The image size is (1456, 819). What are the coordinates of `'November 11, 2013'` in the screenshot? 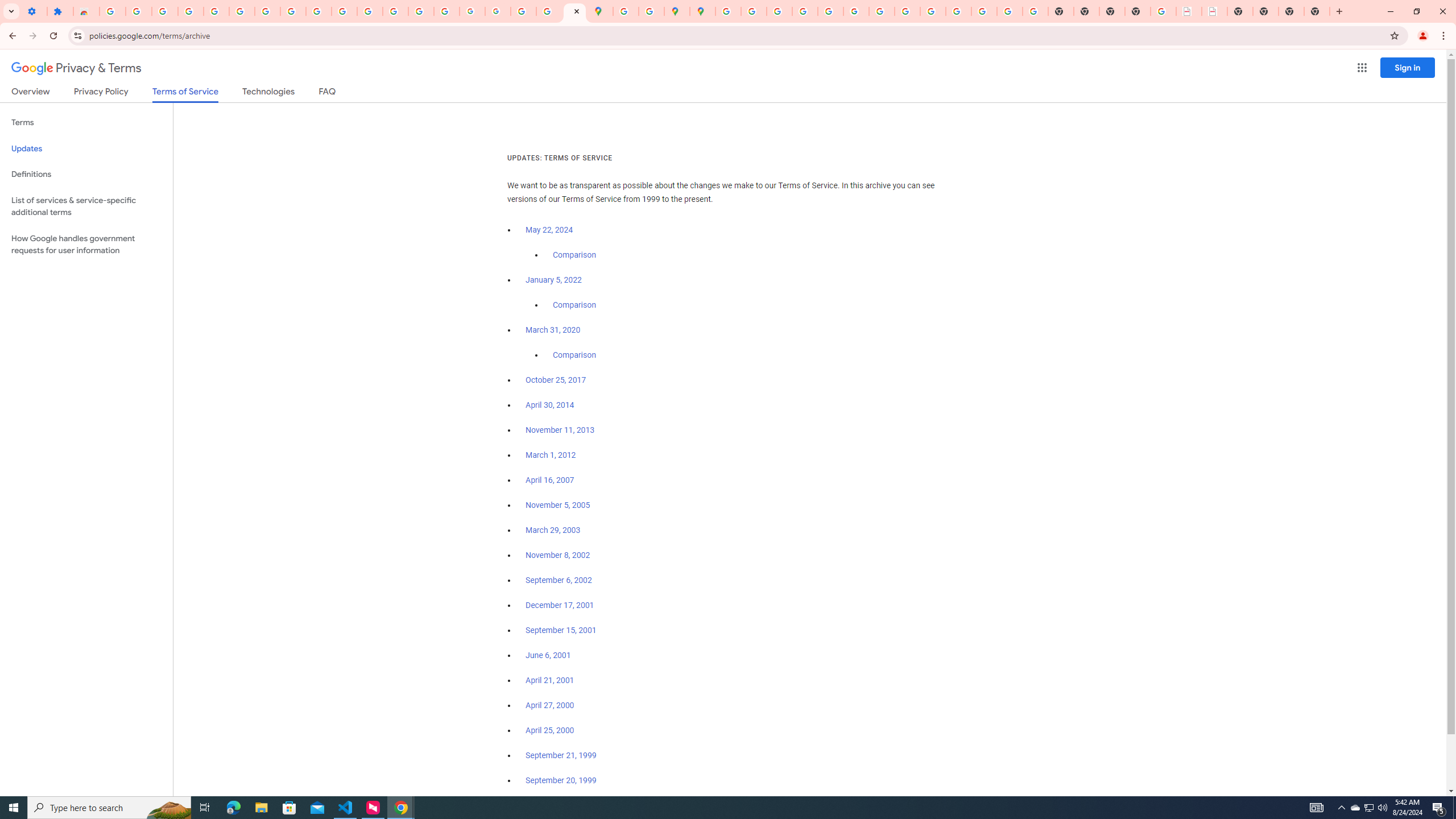 It's located at (560, 429).